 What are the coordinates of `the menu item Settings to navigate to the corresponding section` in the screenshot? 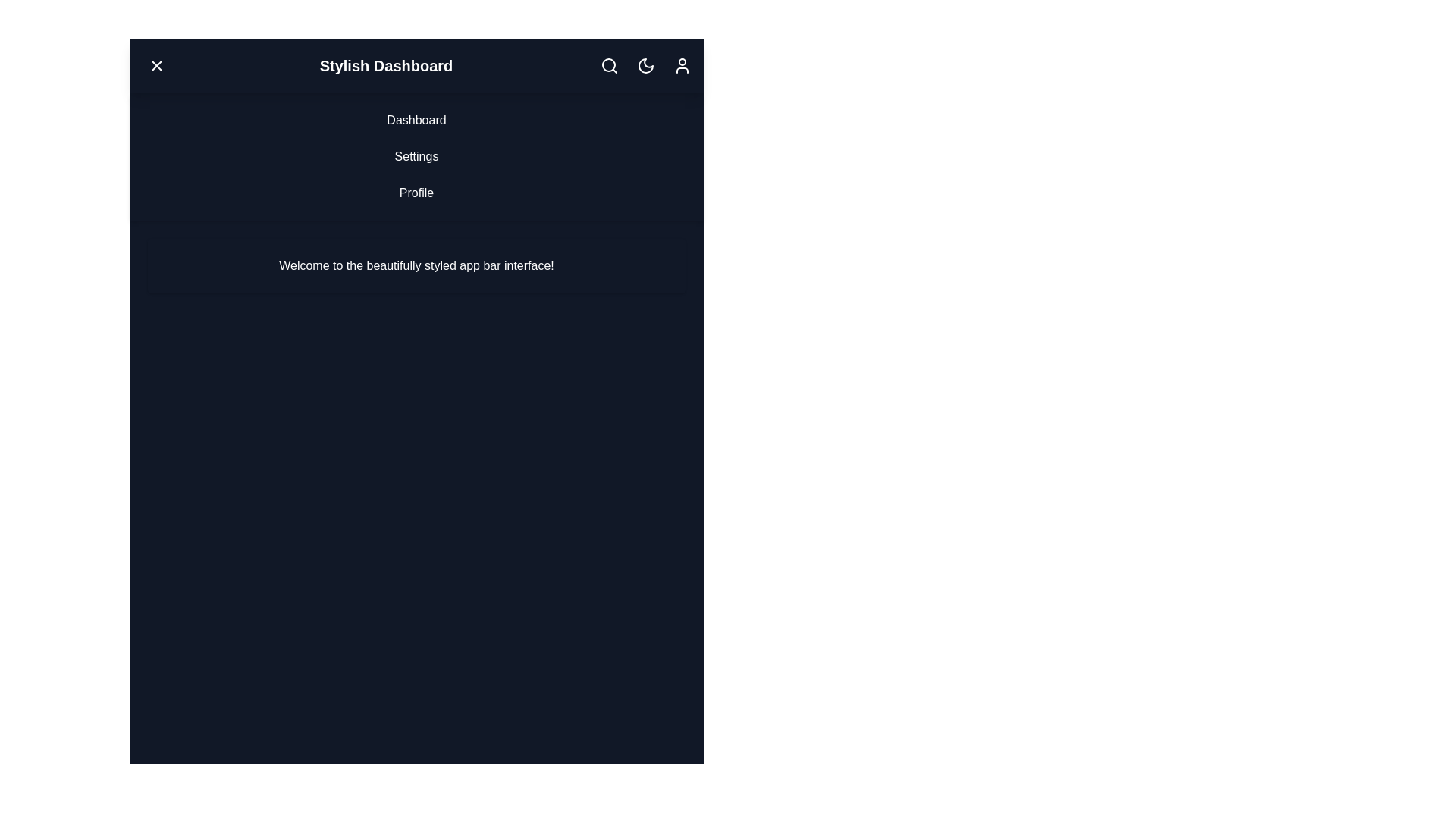 It's located at (416, 157).